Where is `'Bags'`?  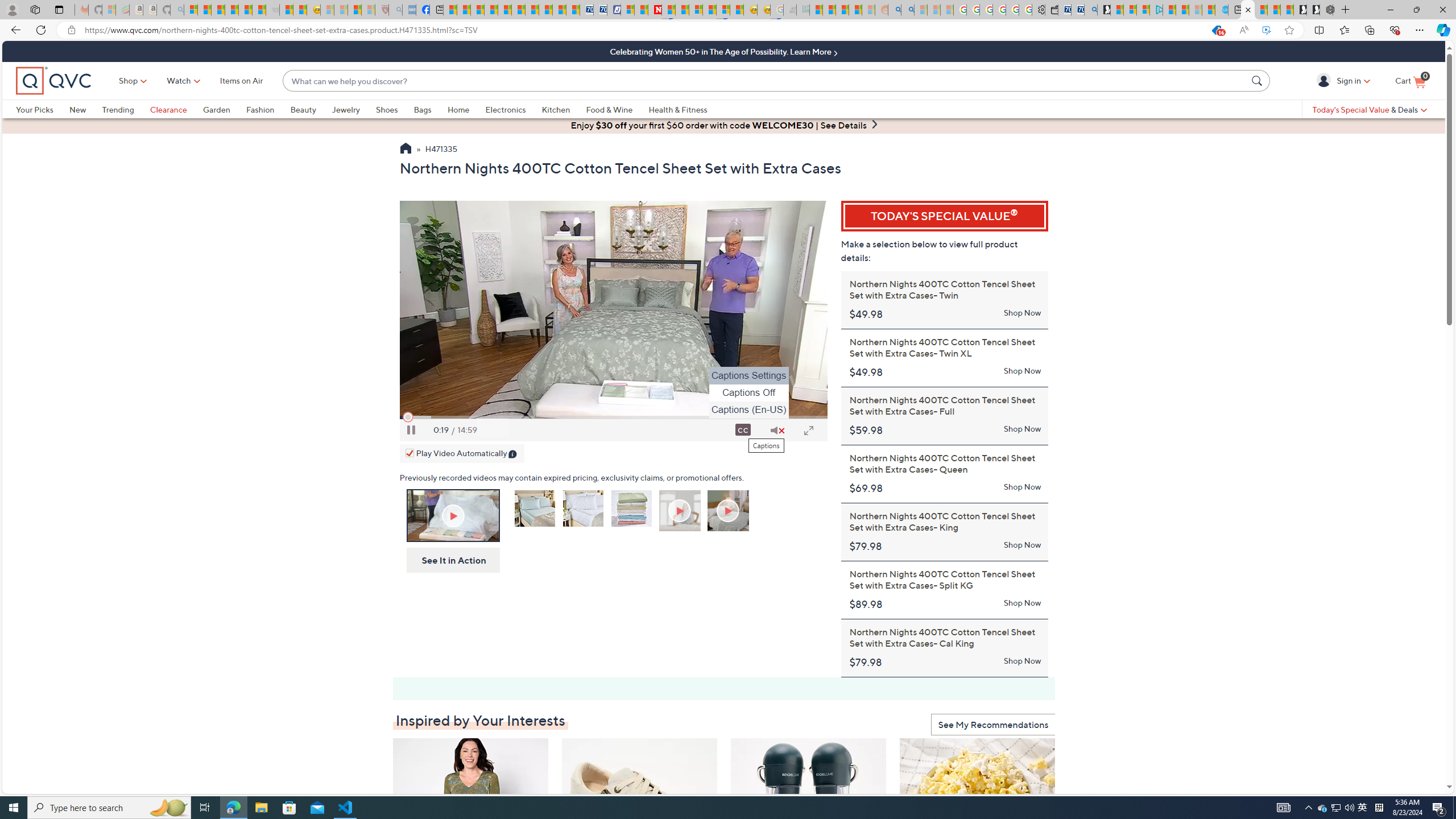 'Bags' is located at coordinates (429, 109).